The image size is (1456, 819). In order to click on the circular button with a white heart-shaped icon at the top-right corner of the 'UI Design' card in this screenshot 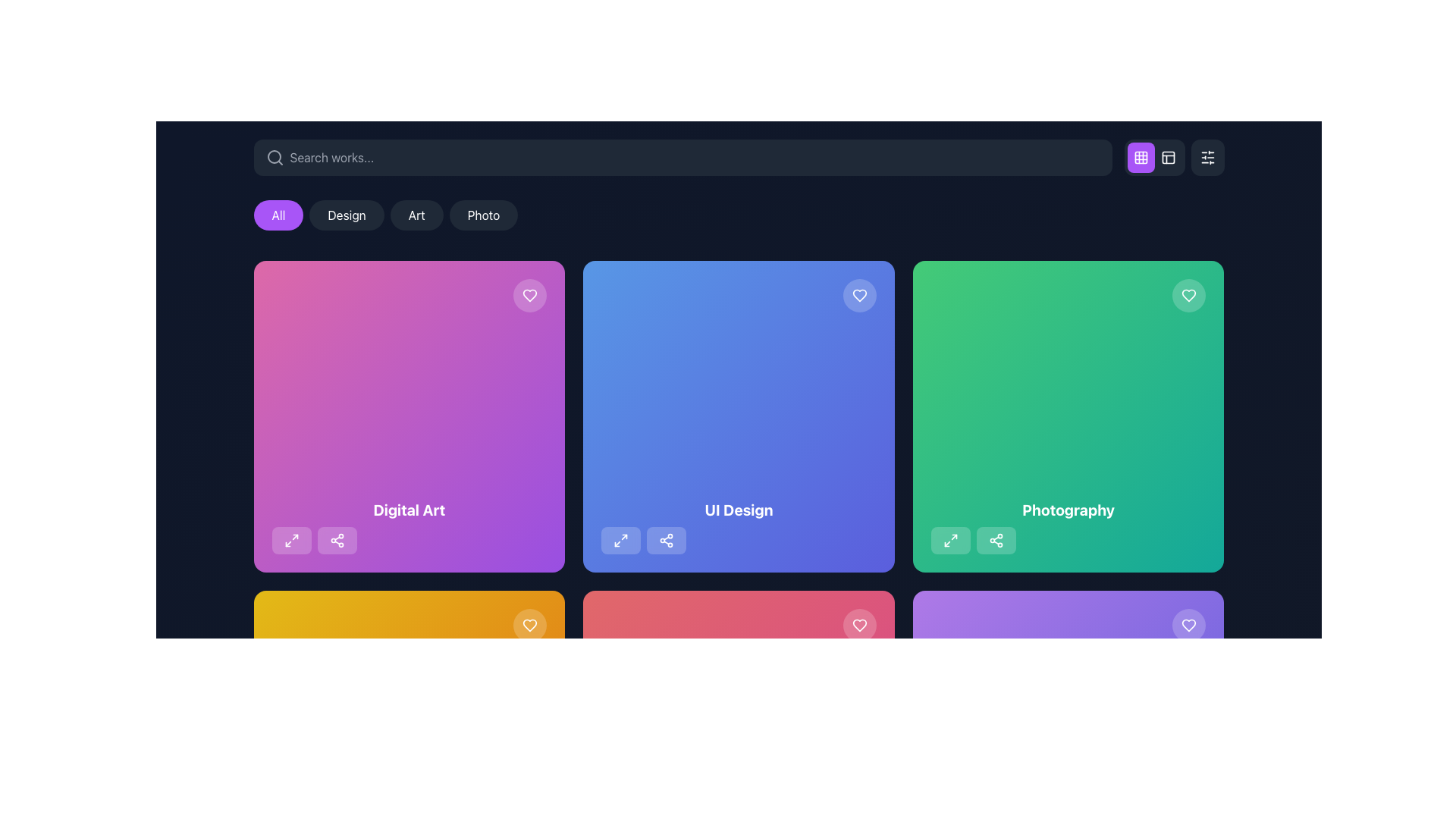, I will do `click(859, 295)`.